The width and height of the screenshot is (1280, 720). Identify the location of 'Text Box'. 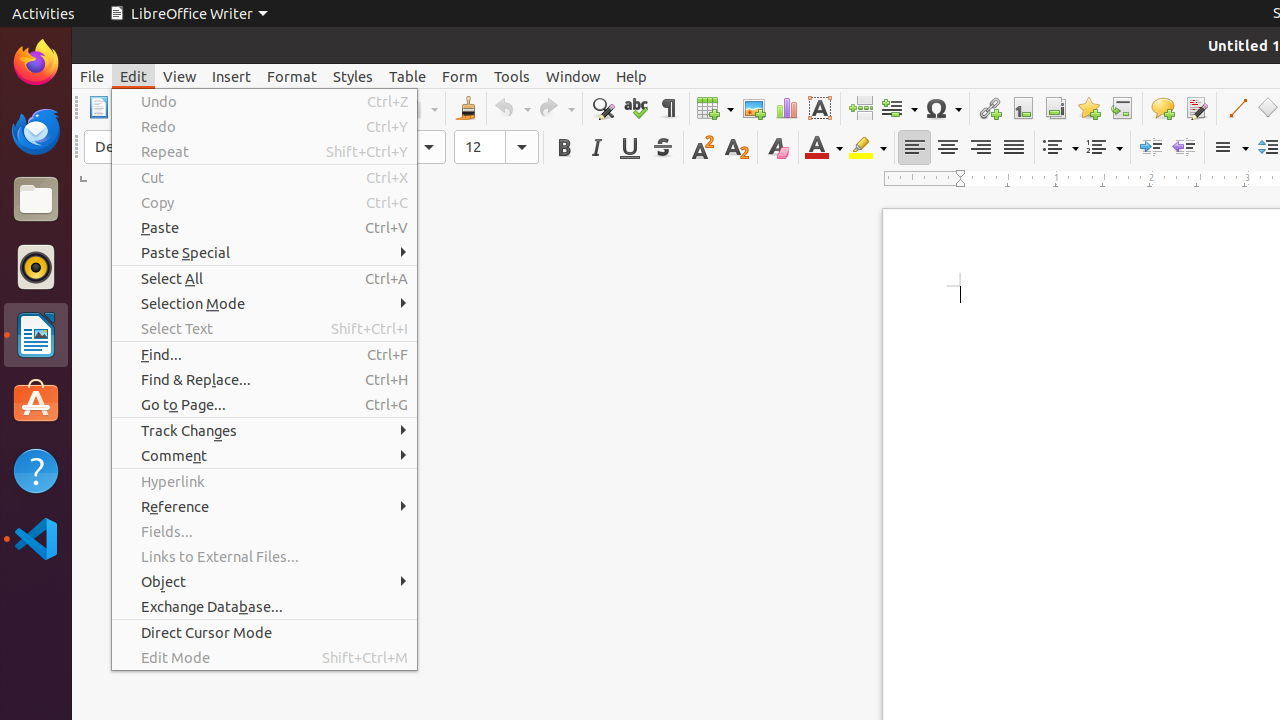
(819, 108).